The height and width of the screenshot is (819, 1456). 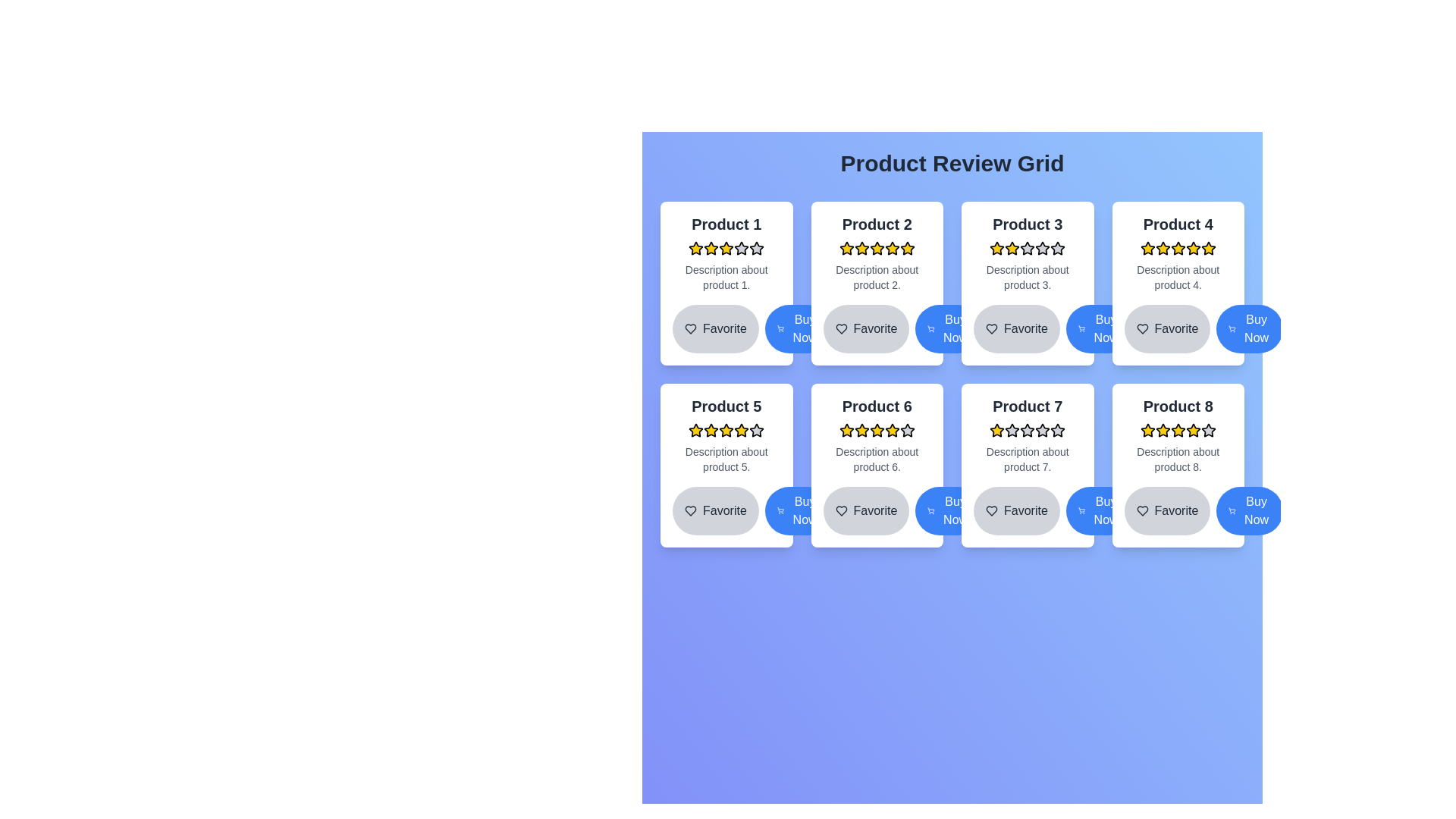 What do you see at coordinates (1012, 247) in the screenshot?
I see `the second star icon in the rating system for 'Product 3' which is styled with a yellow fill and a black outline` at bounding box center [1012, 247].